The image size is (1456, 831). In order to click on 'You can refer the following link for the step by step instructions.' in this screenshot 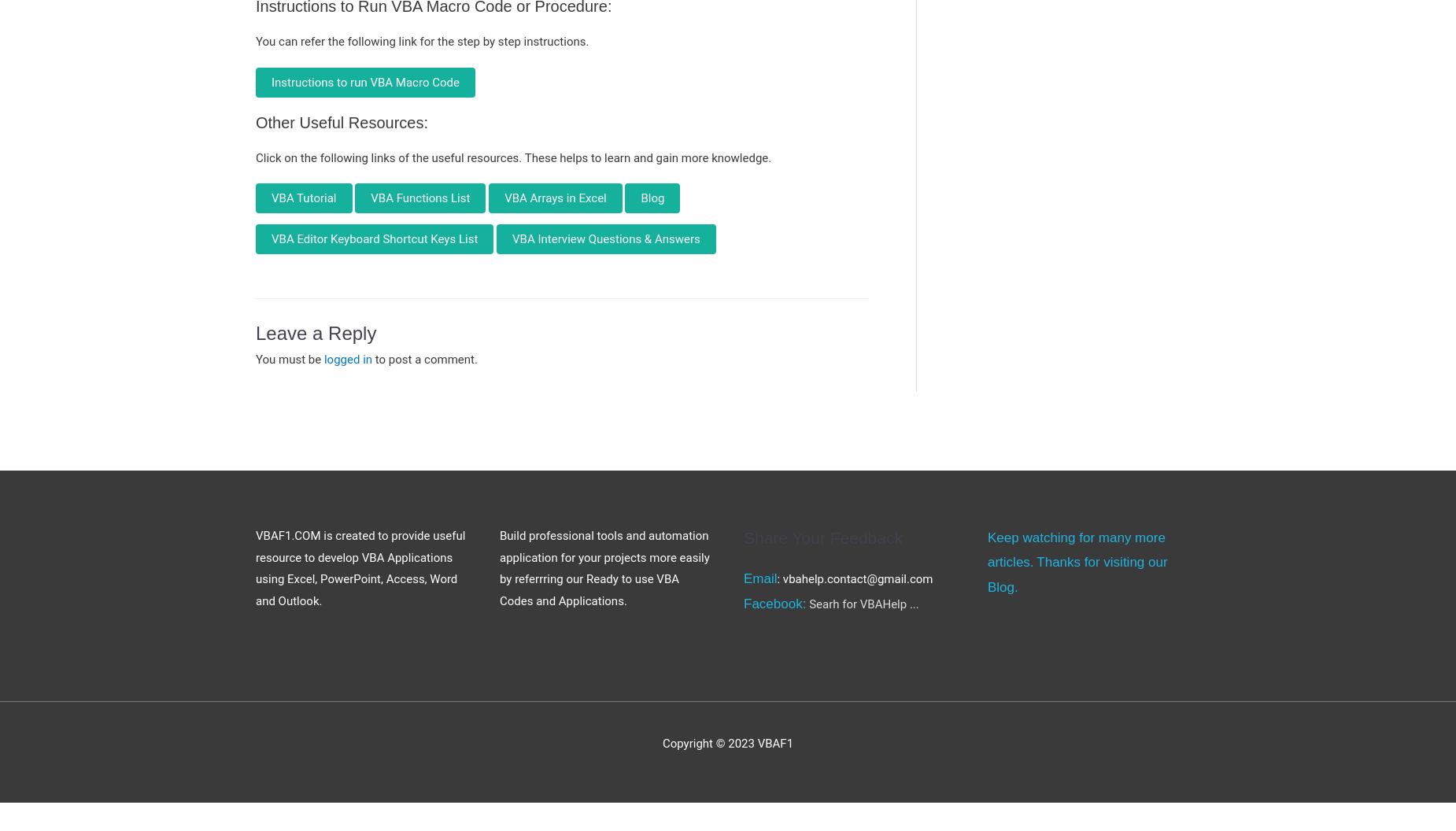, I will do `click(255, 40)`.